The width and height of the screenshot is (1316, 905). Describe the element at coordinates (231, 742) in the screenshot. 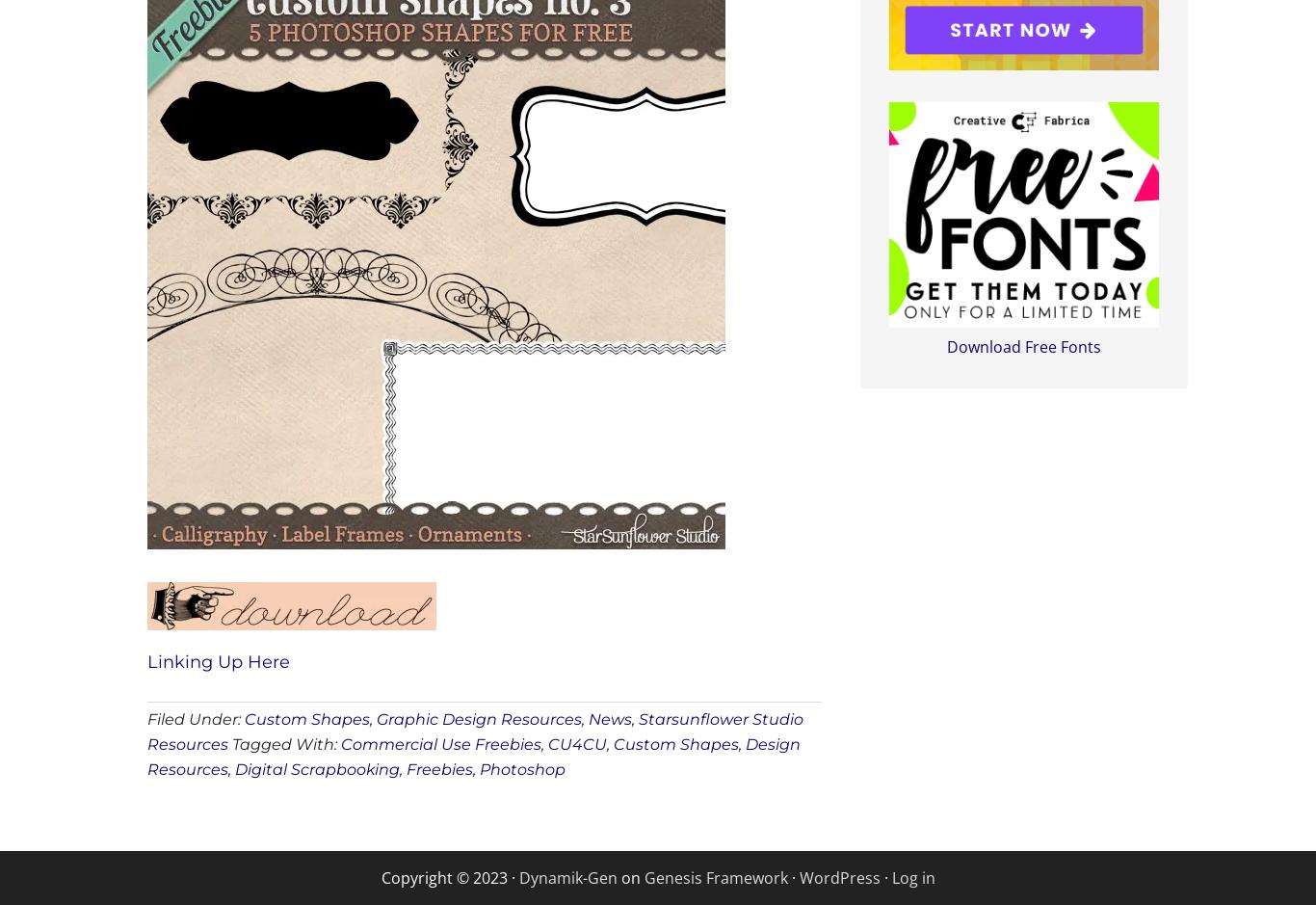

I see `'Tagged With:'` at that location.